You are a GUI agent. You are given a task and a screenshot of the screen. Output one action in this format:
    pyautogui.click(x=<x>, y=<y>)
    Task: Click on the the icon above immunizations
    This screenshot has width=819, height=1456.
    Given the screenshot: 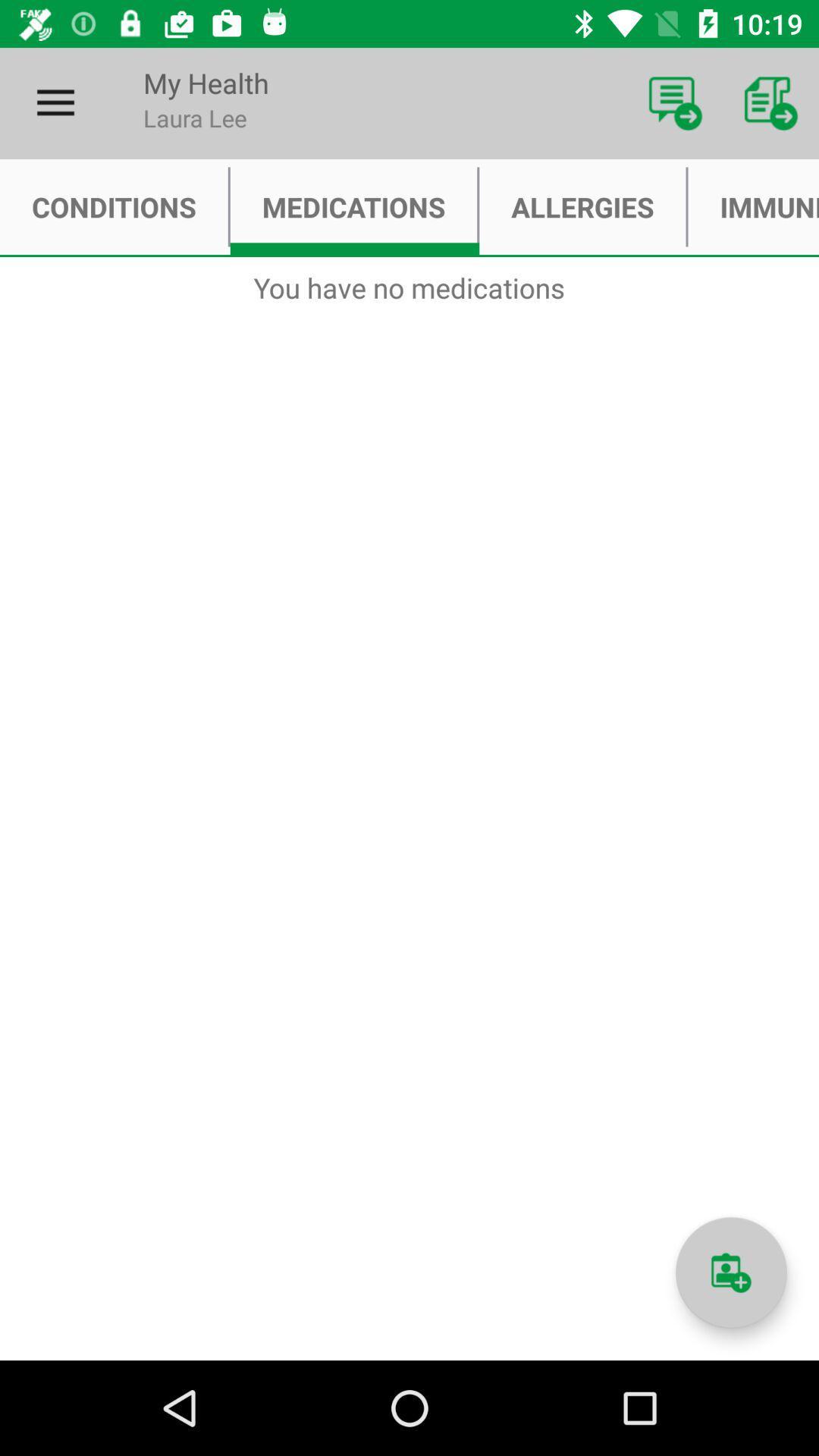 What is the action you would take?
    pyautogui.click(x=771, y=102)
    